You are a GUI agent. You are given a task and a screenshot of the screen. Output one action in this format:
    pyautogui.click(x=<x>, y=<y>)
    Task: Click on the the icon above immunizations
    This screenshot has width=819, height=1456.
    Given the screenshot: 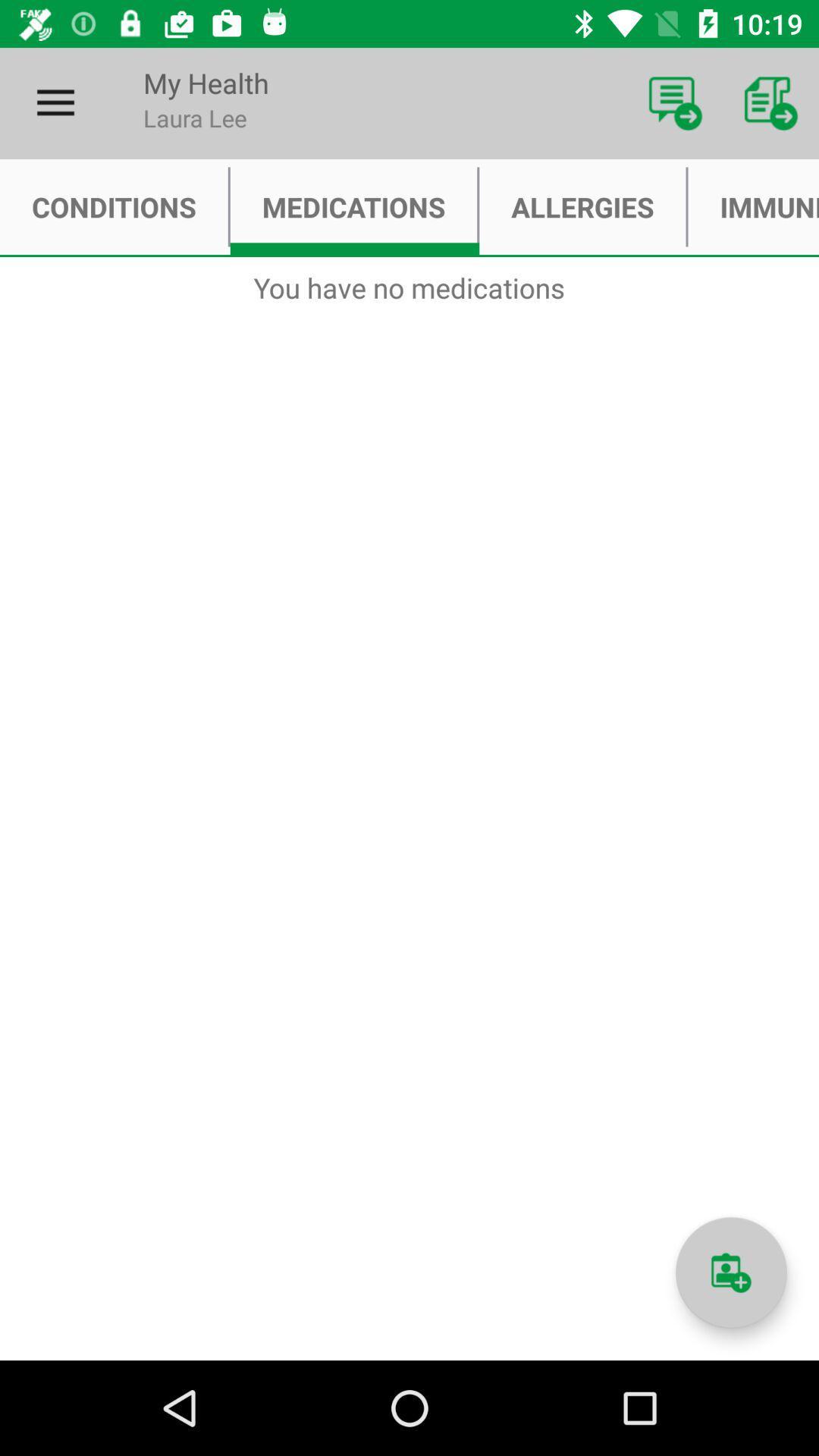 What is the action you would take?
    pyautogui.click(x=771, y=102)
    